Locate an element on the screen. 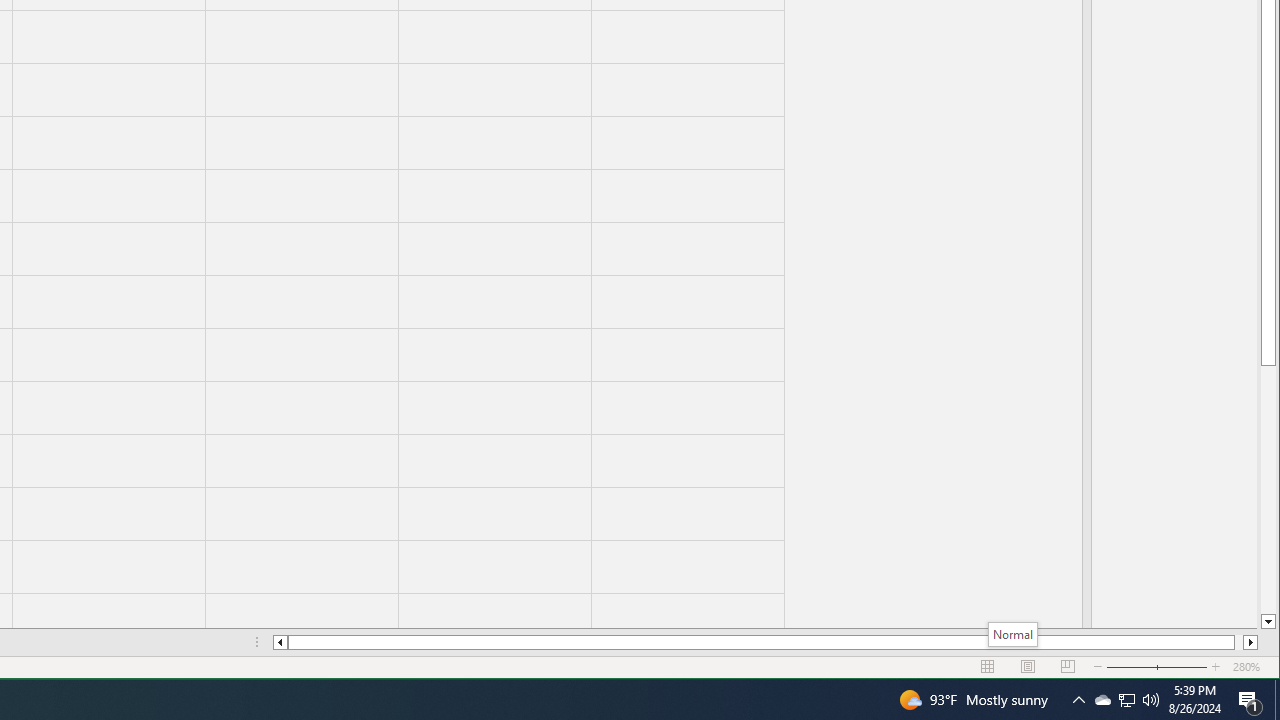  'Show desktop' is located at coordinates (1276, 698).